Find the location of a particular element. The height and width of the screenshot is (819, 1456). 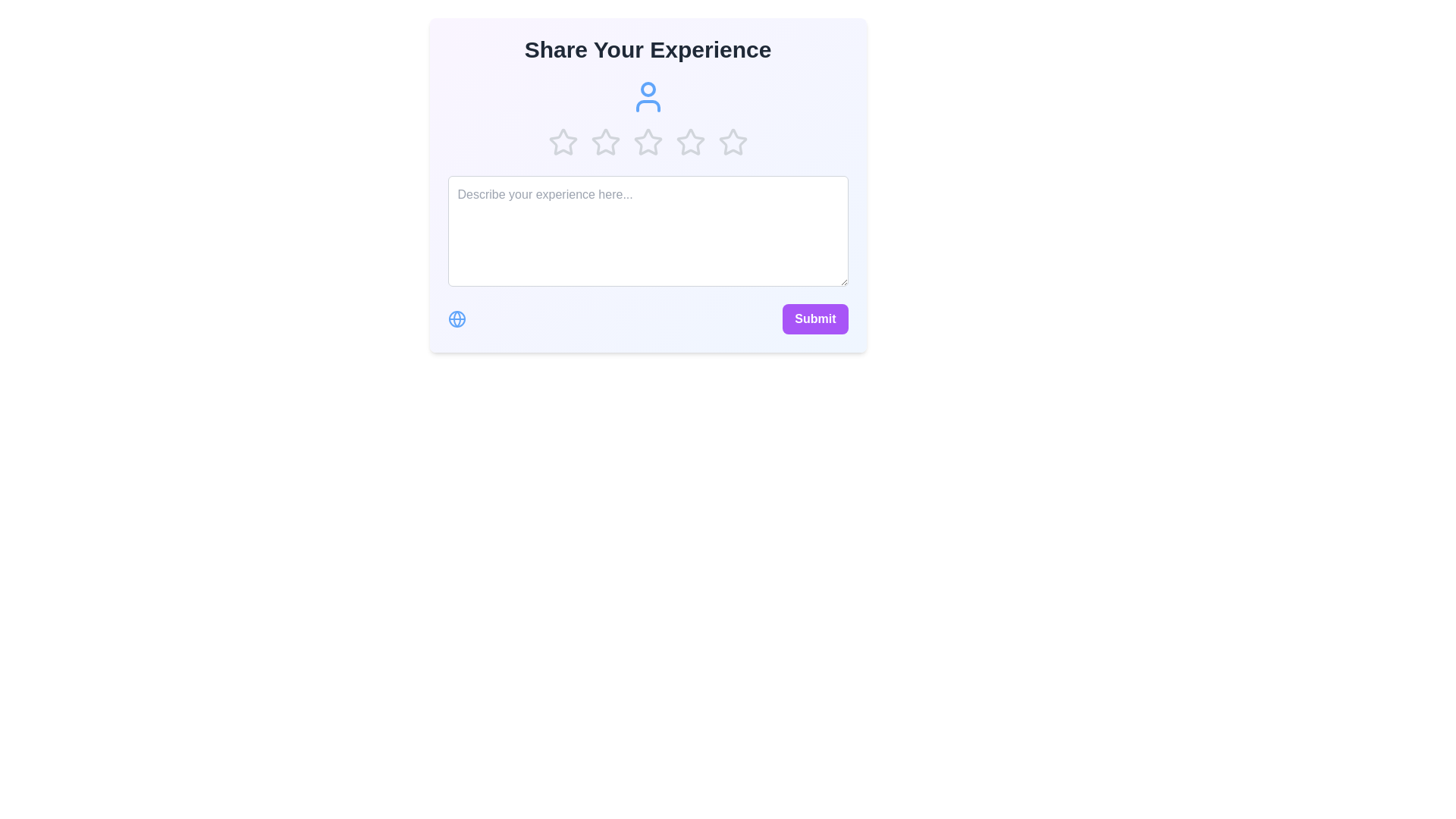

the fourth rating star in the five-level rating system is located at coordinates (733, 142).